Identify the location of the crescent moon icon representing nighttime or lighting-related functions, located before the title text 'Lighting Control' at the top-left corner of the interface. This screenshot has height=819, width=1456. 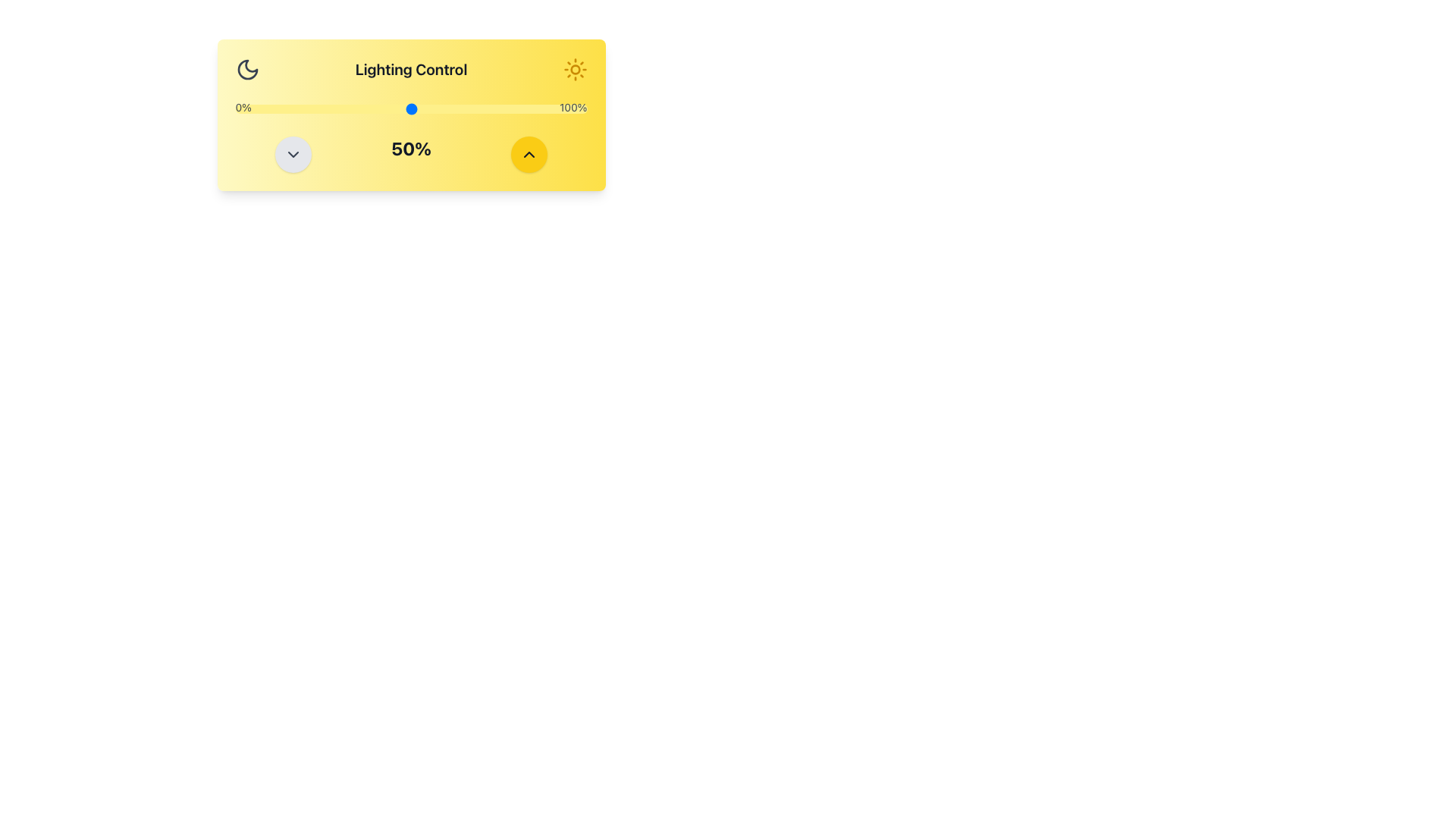
(247, 70).